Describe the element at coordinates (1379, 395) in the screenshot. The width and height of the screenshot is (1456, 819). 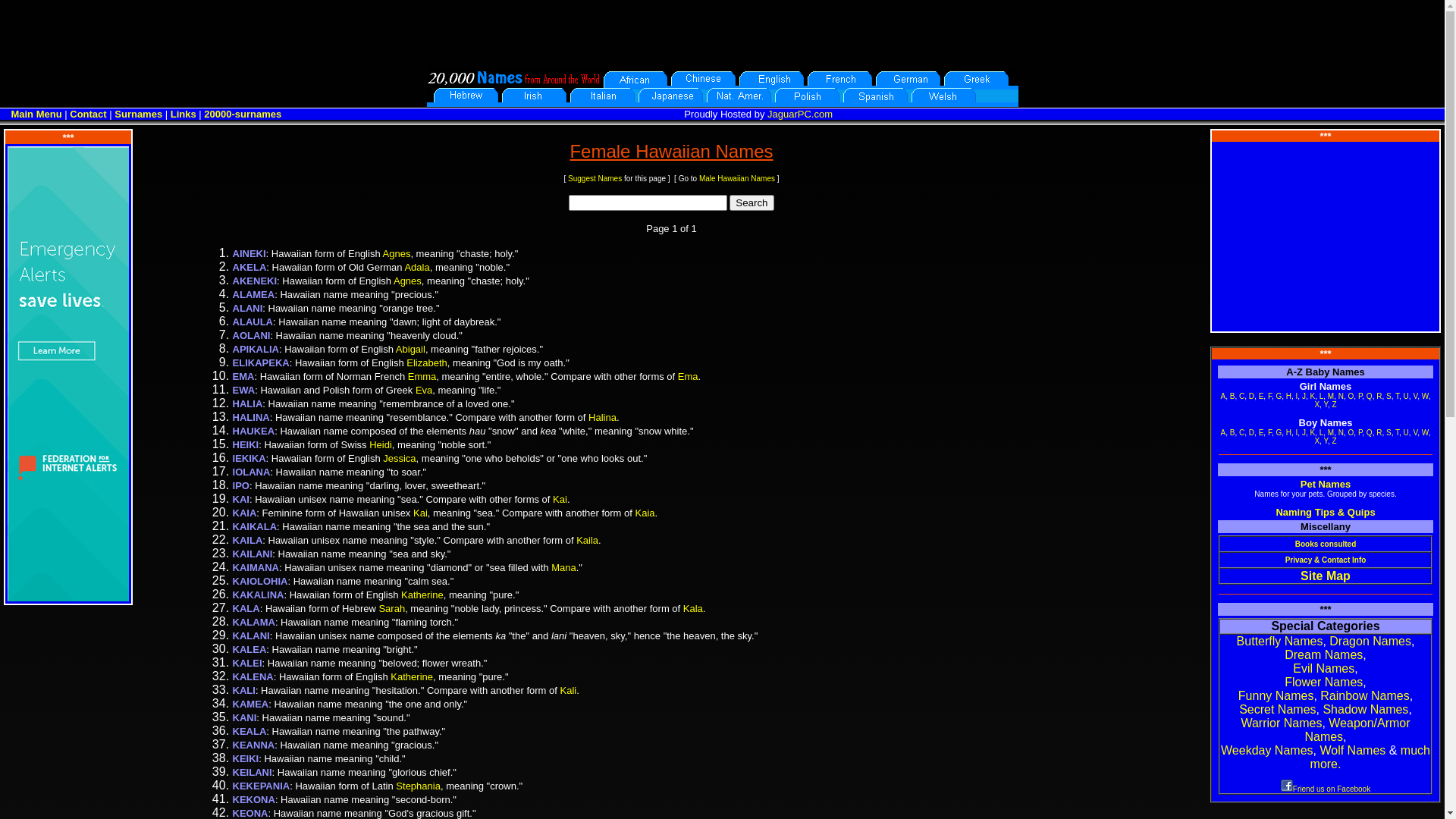
I see `'R'` at that location.